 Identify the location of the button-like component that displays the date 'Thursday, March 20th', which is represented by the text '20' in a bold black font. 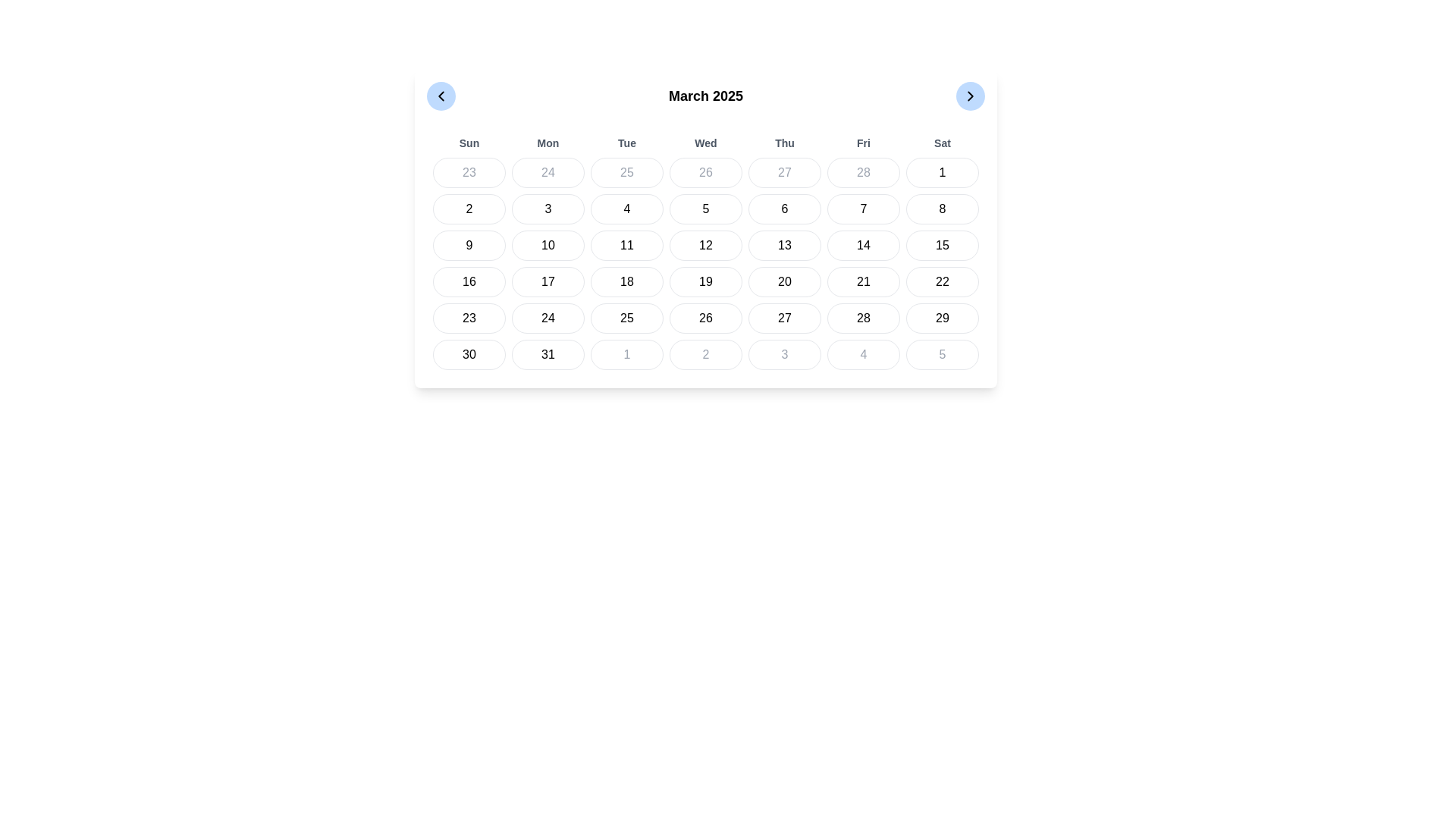
(785, 281).